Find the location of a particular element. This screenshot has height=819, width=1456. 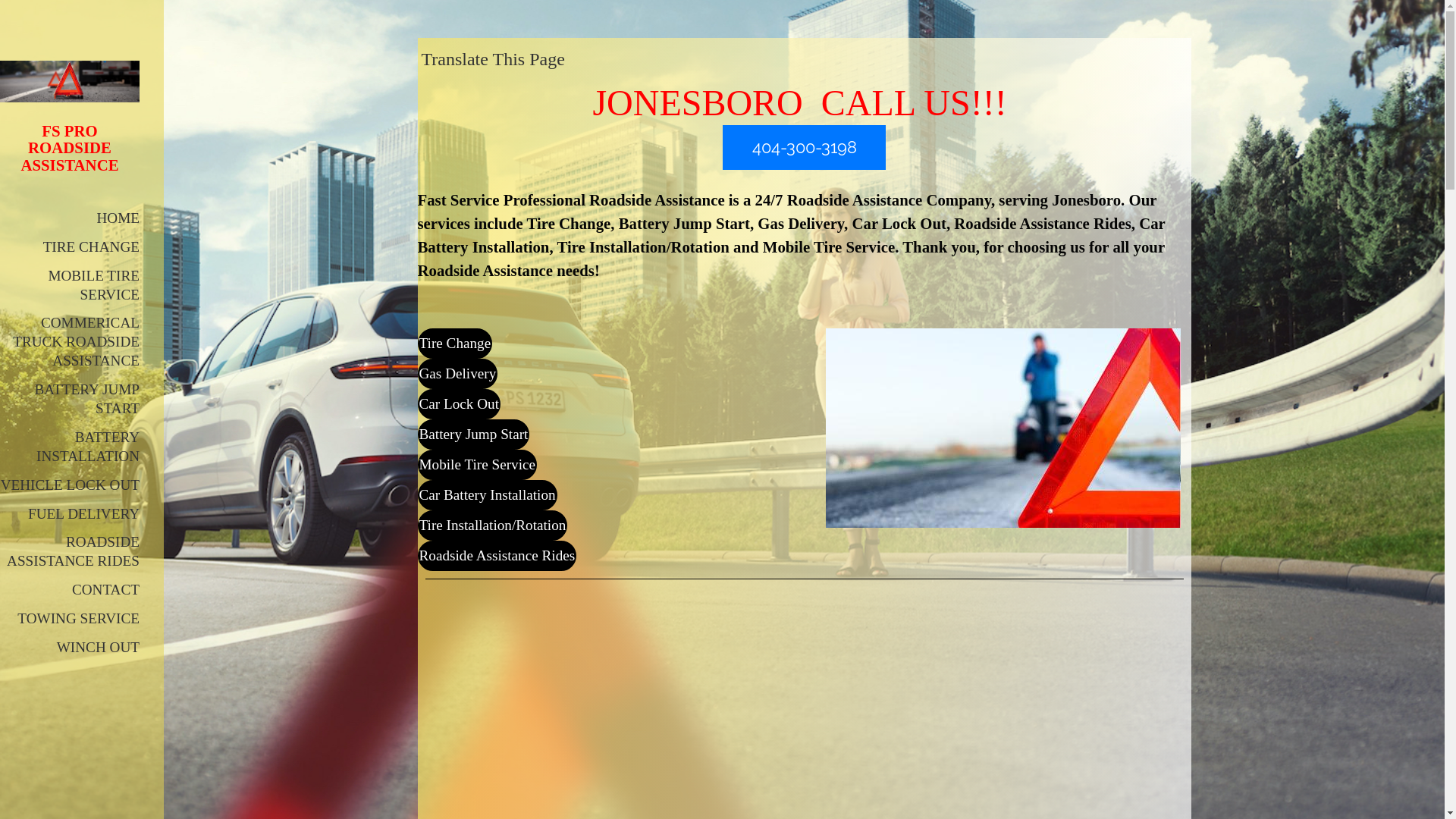

'TIRE CHANGE' is located at coordinates (90, 246).